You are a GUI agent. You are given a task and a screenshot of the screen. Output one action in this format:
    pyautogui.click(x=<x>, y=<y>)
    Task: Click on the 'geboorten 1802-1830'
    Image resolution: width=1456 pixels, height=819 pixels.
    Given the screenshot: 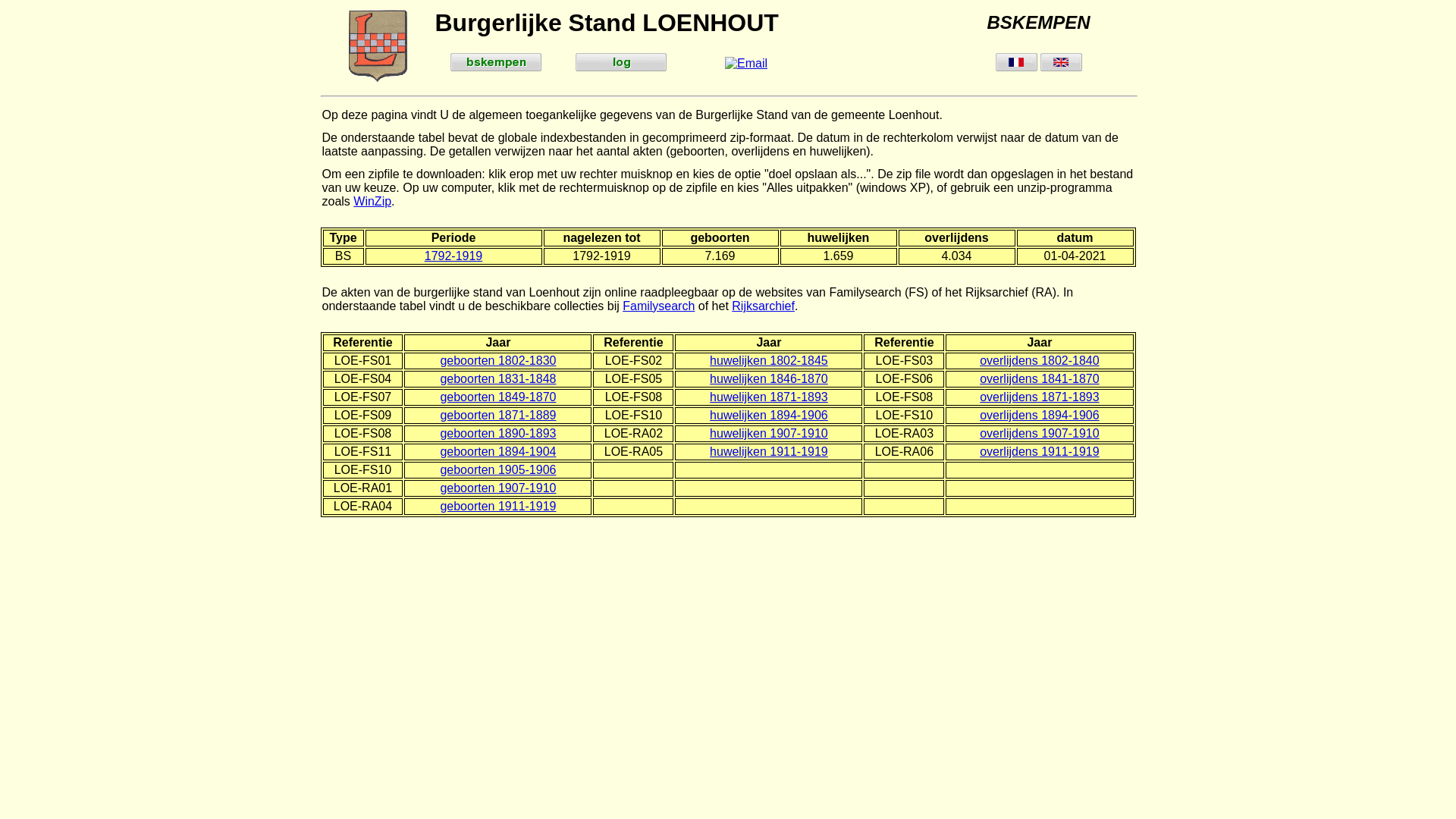 What is the action you would take?
    pyautogui.click(x=497, y=360)
    